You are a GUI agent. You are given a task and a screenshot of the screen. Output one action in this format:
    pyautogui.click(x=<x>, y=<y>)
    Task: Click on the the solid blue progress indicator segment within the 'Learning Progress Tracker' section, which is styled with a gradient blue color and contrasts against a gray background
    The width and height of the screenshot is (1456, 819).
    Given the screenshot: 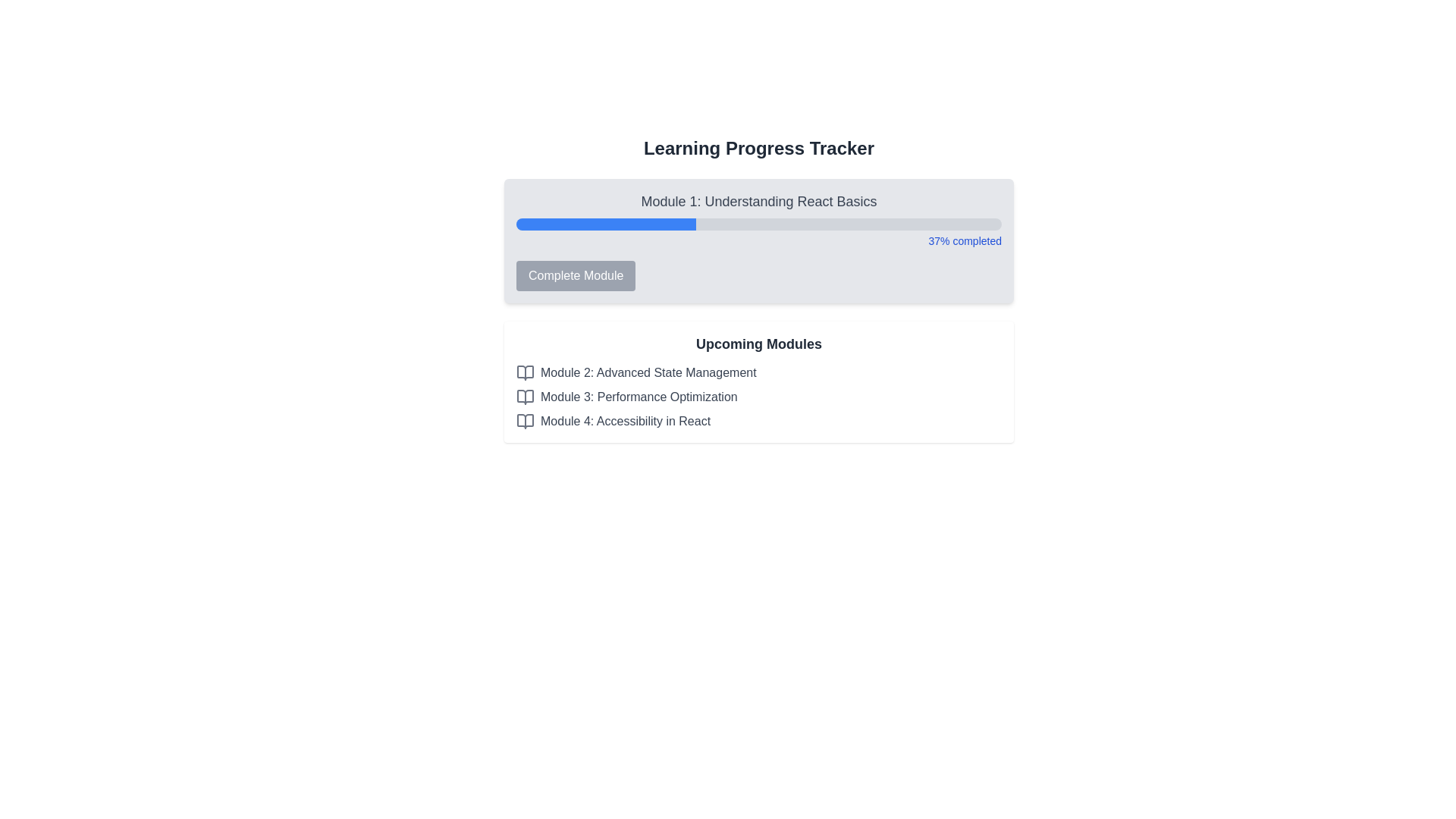 What is the action you would take?
    pyautogui.click(x=593, y=224)
    